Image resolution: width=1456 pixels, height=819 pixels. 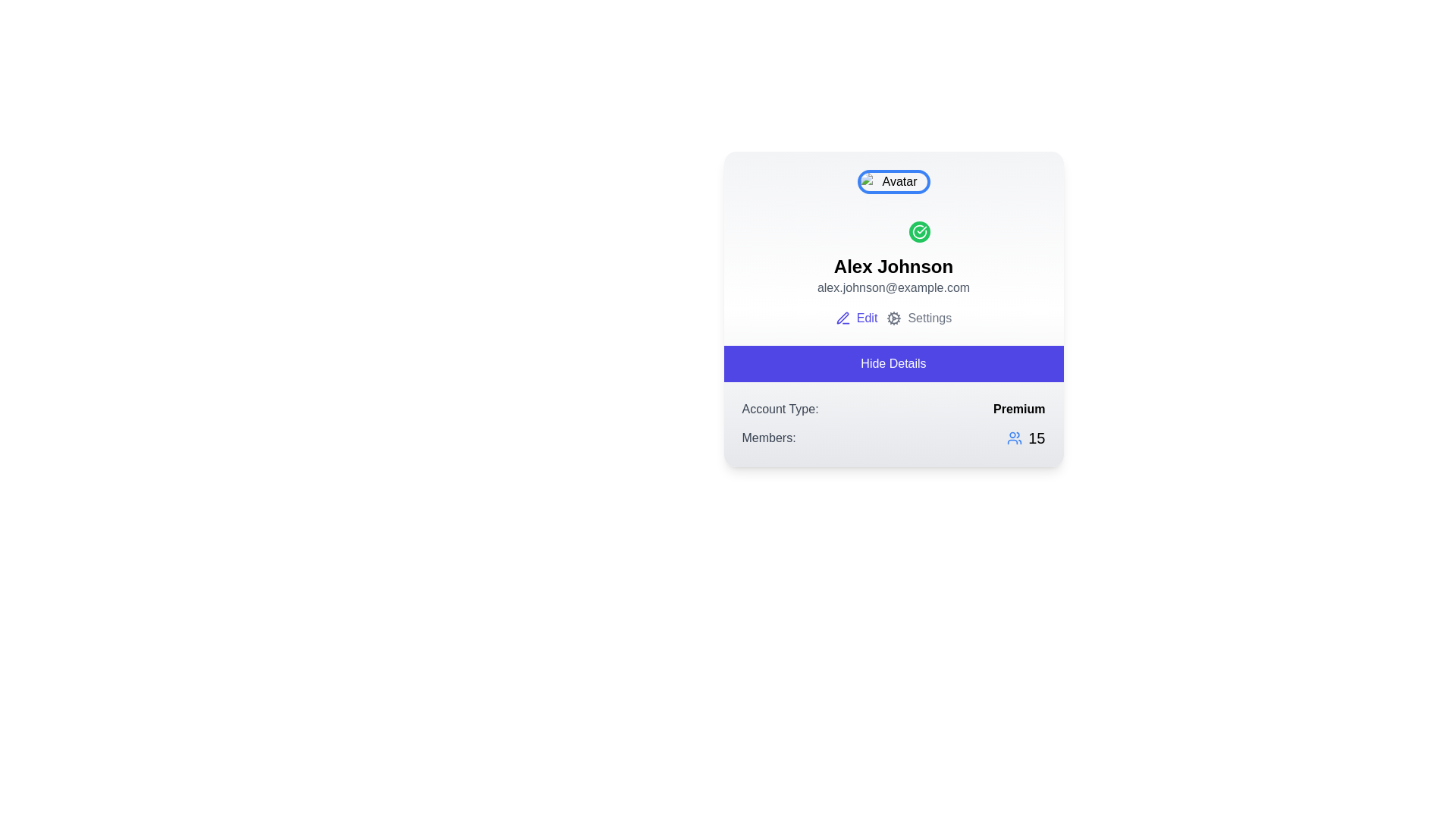 What do you see at coordinates (769, 438) in the screenshot?
I see `the static text label 'Members:' which is styled in gray and is positioned to the far left of a numerical value and an icon` at bounding box center [769, 438].